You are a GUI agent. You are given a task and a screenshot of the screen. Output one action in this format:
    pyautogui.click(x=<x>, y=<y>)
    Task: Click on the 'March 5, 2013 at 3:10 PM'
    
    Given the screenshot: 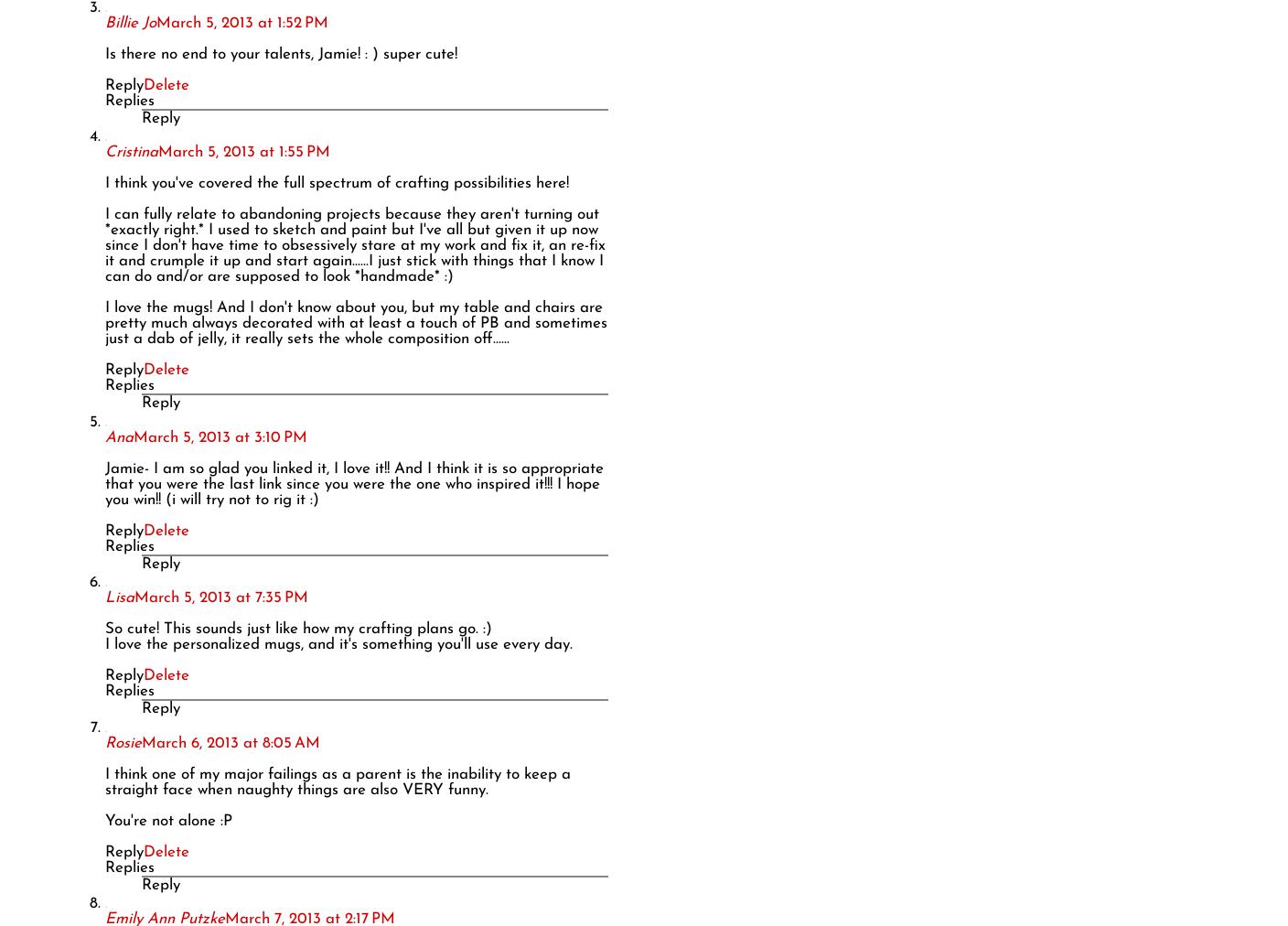 What is the action you would take?
    pyautogui.click(x=134, y=436)
    